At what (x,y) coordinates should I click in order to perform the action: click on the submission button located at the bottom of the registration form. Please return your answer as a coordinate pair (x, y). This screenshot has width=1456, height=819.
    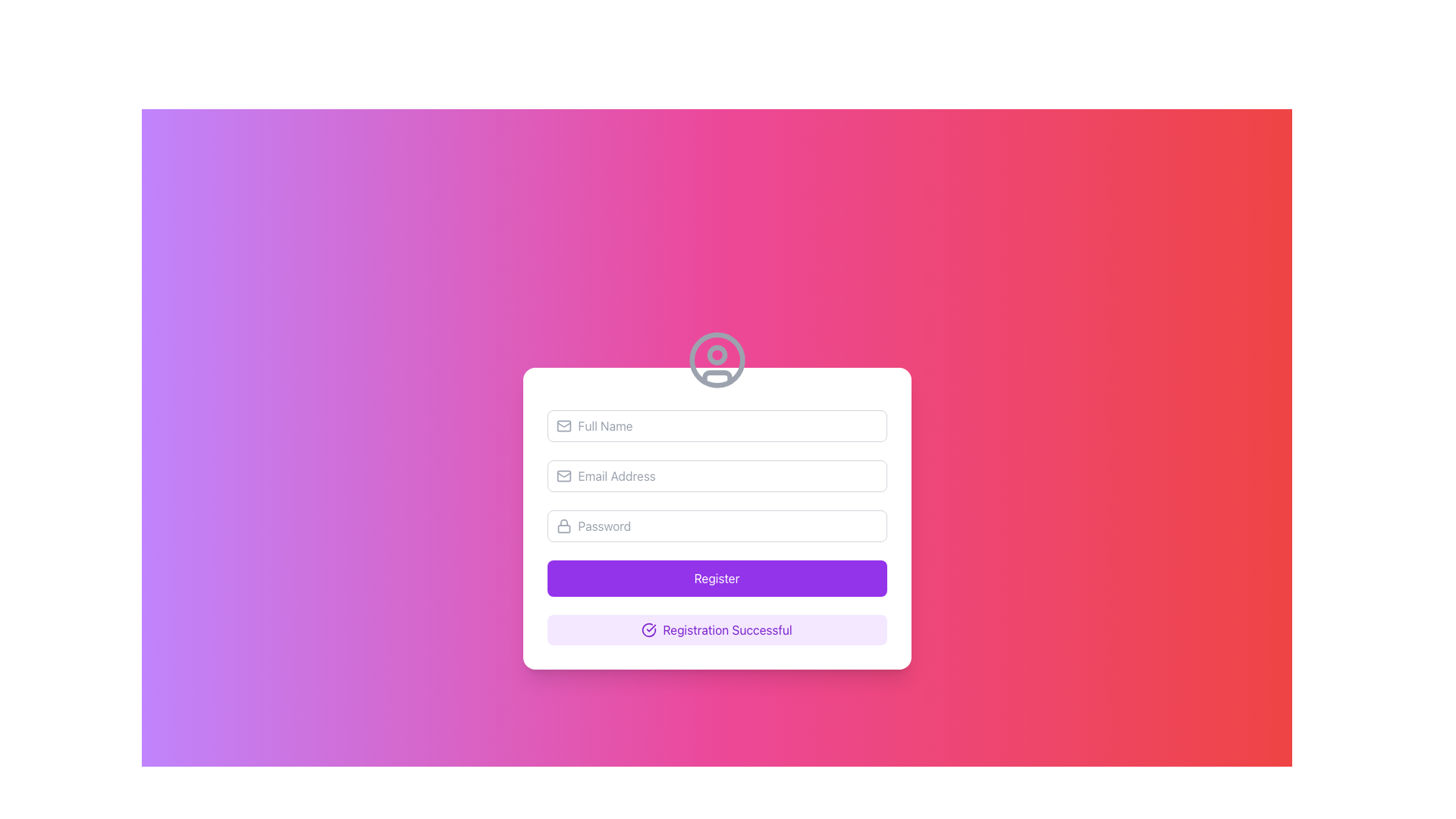
    Looking at the image, I should click on (716, 579).